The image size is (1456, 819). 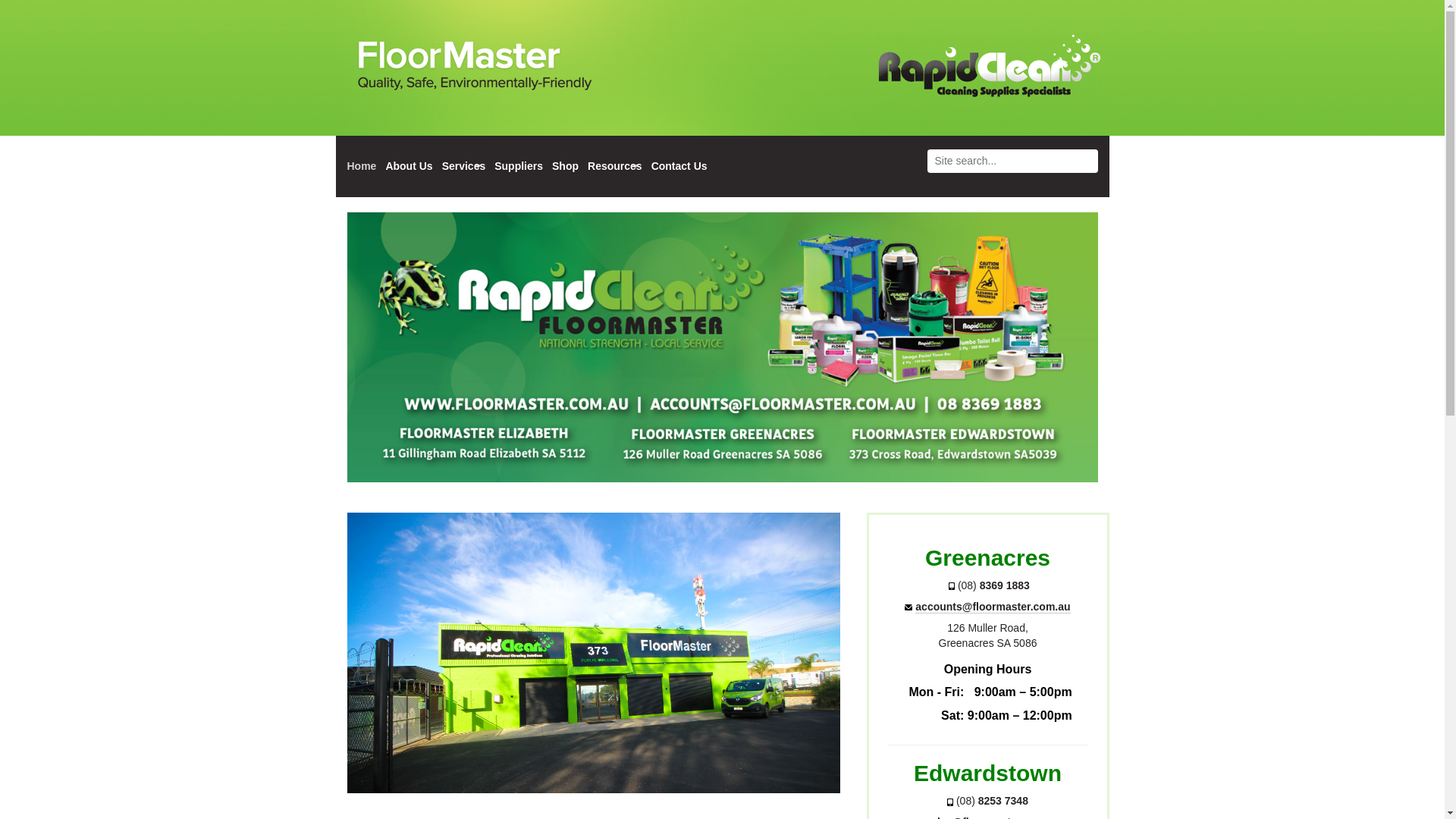 I want to click on 'Services', so click(x=463, y=166).